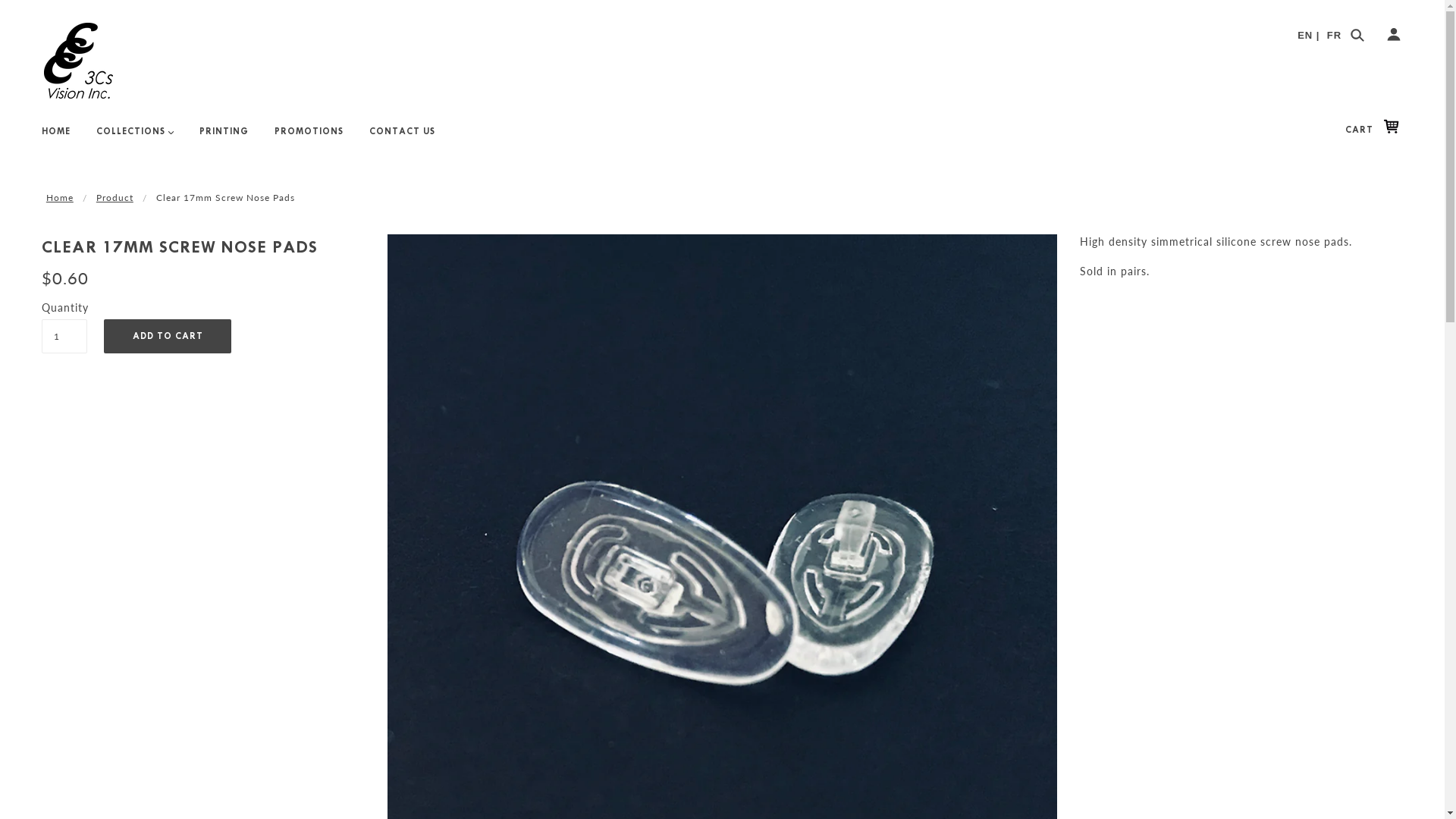  Describe the element at coordinates (308, 137) in the screenshot. I see `'PROMOTIONS'` at that location.